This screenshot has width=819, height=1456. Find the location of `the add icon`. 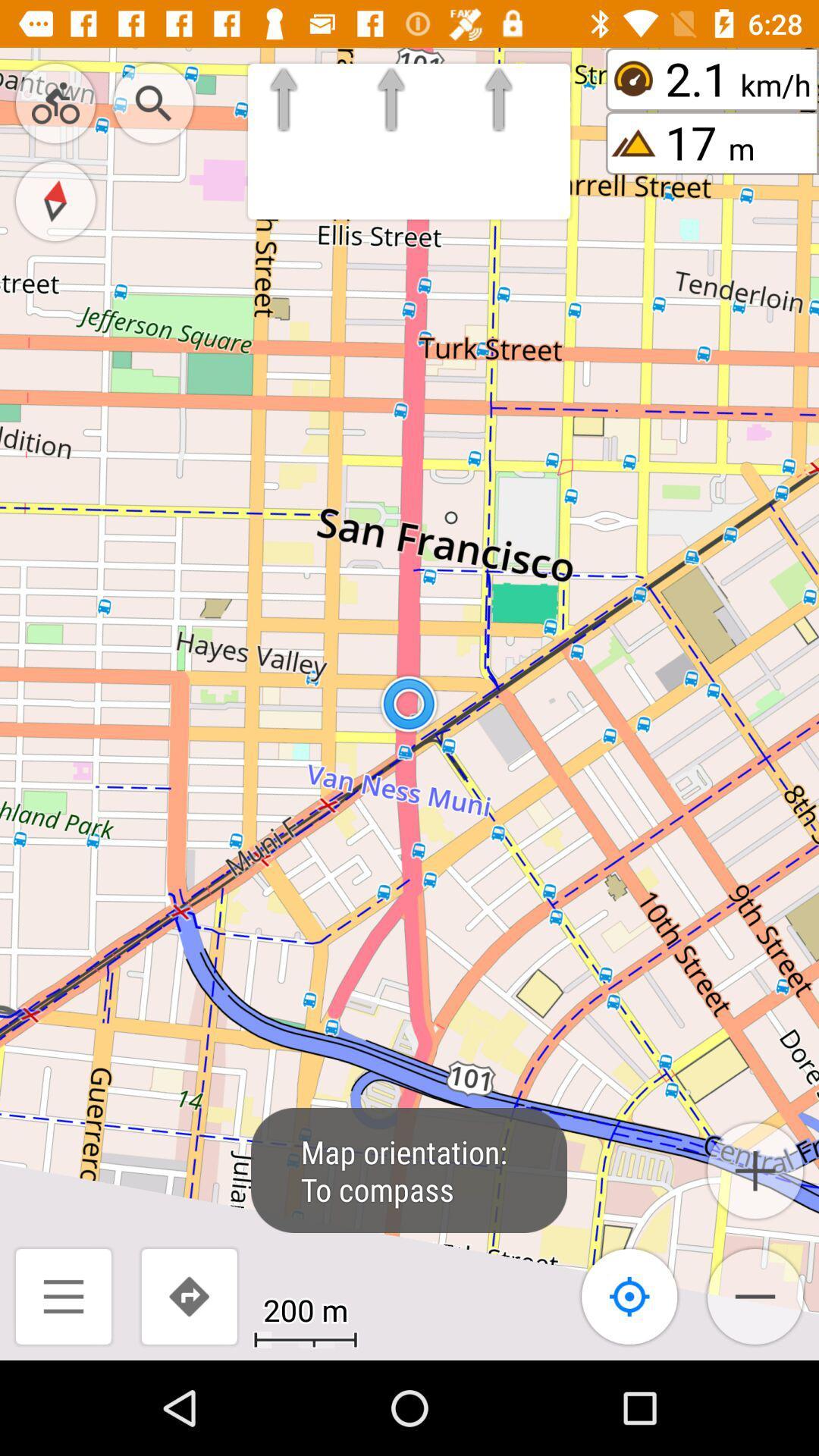

the add icon is located at coordinates (755, 1170).